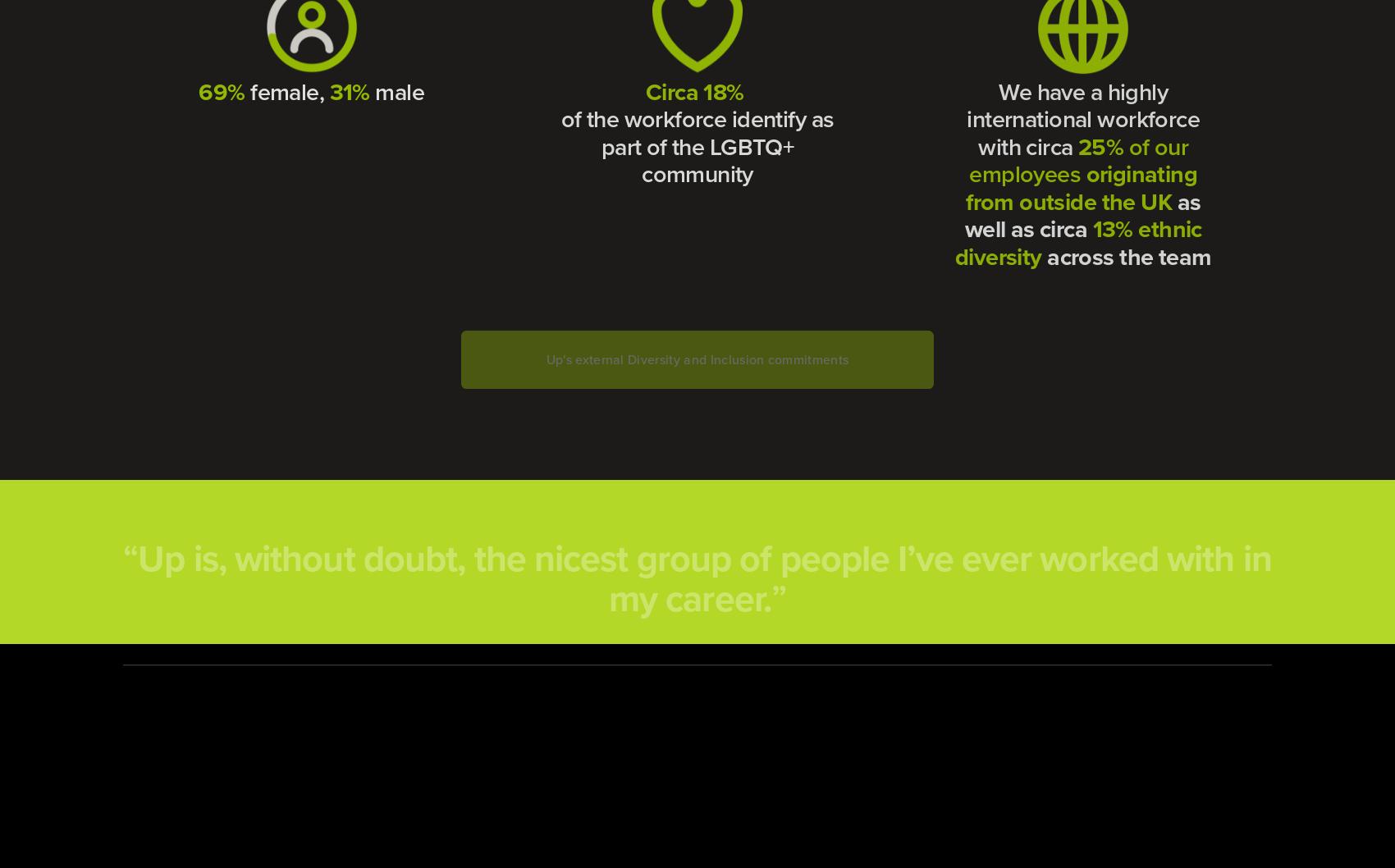 This screenshot has width=1395, height=868. I want to click on '69%', so click(221, 89).